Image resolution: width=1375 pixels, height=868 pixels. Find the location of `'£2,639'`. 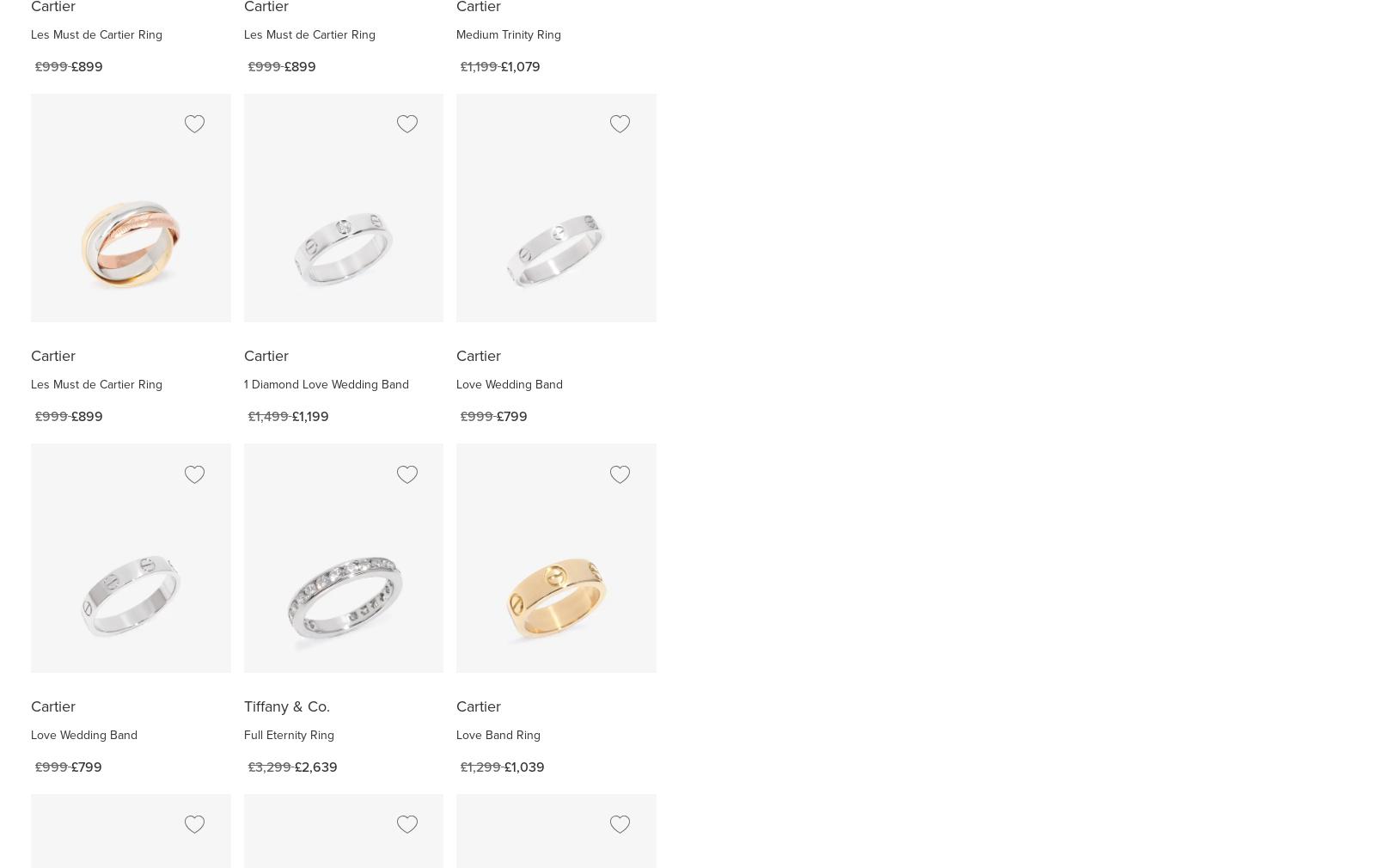

'£2,639' is located at coordinates (315, 766).